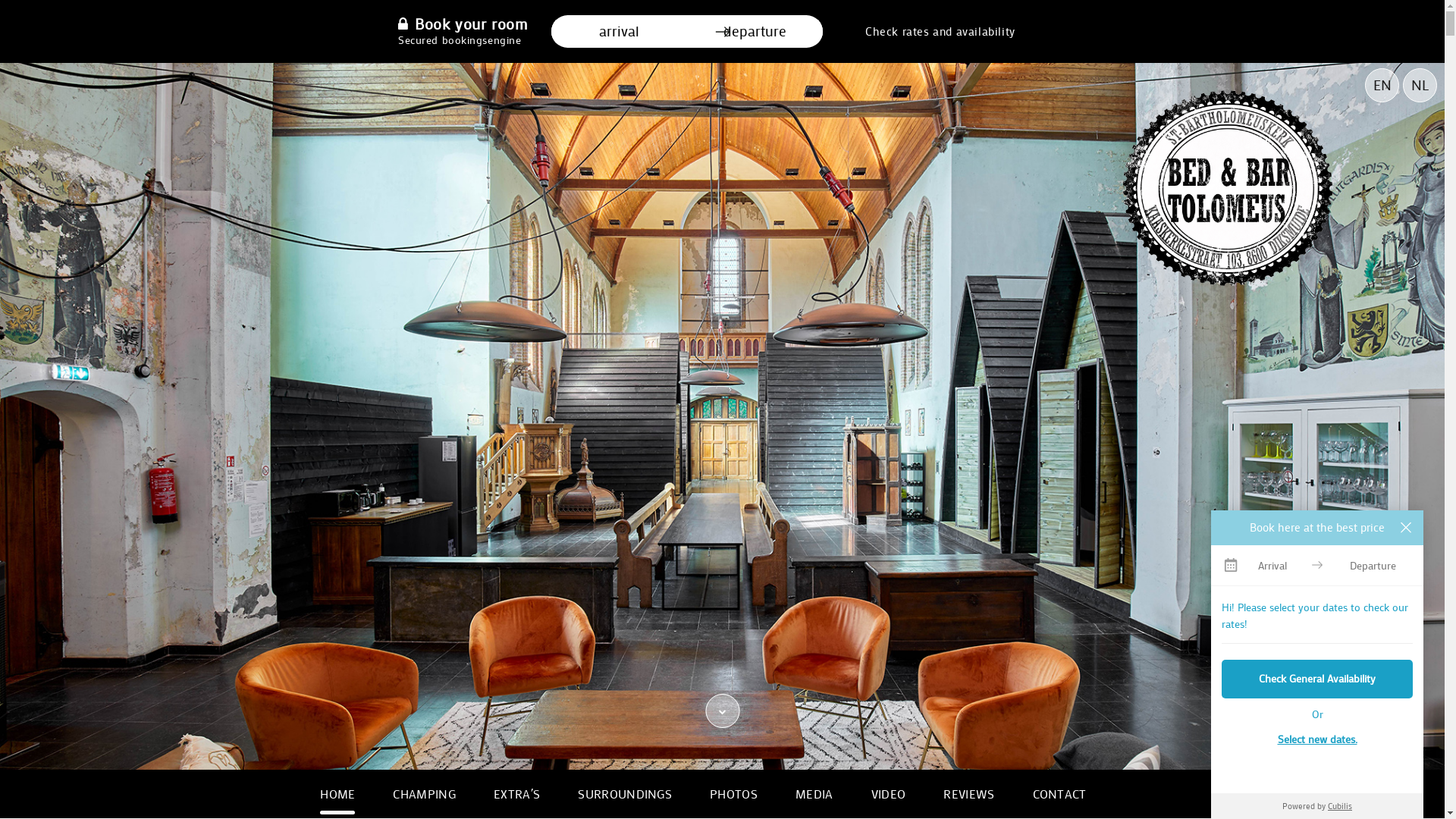 This screenshot has width=1456, height=819. What do you see at coordinates (337, 792) in the screenshot?
I see `'HOME'` at bounding box center [337, 792].